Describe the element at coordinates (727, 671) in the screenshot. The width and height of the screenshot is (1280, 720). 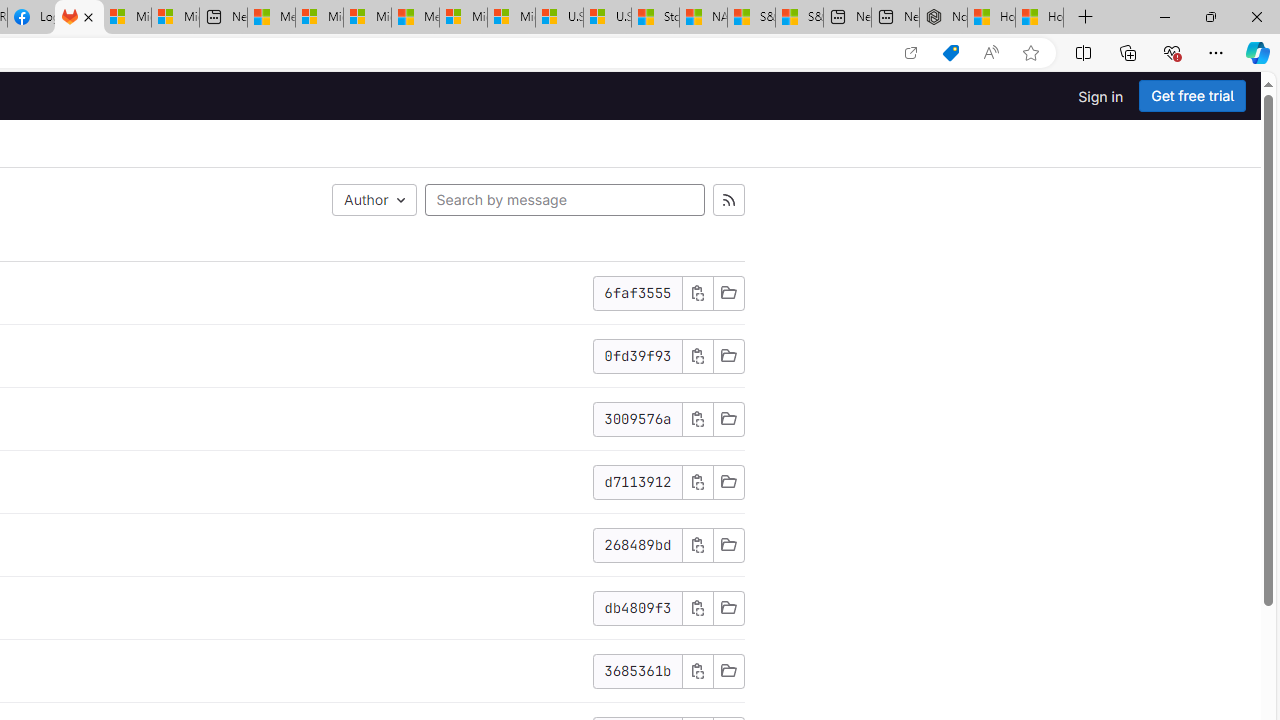
I see `'Class: s16'` at that location.